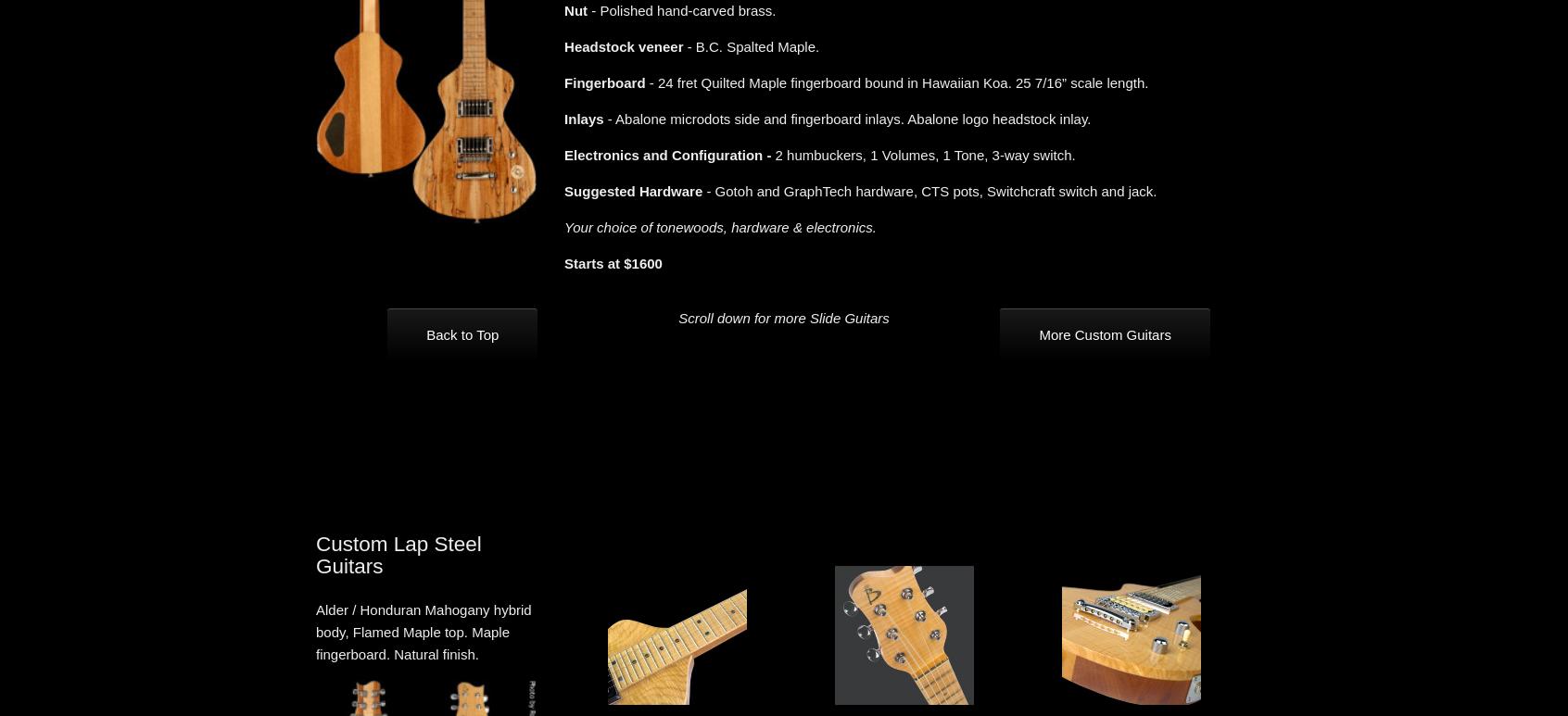  I want to click on 'More Custom Guitars', so click(1038, 334).